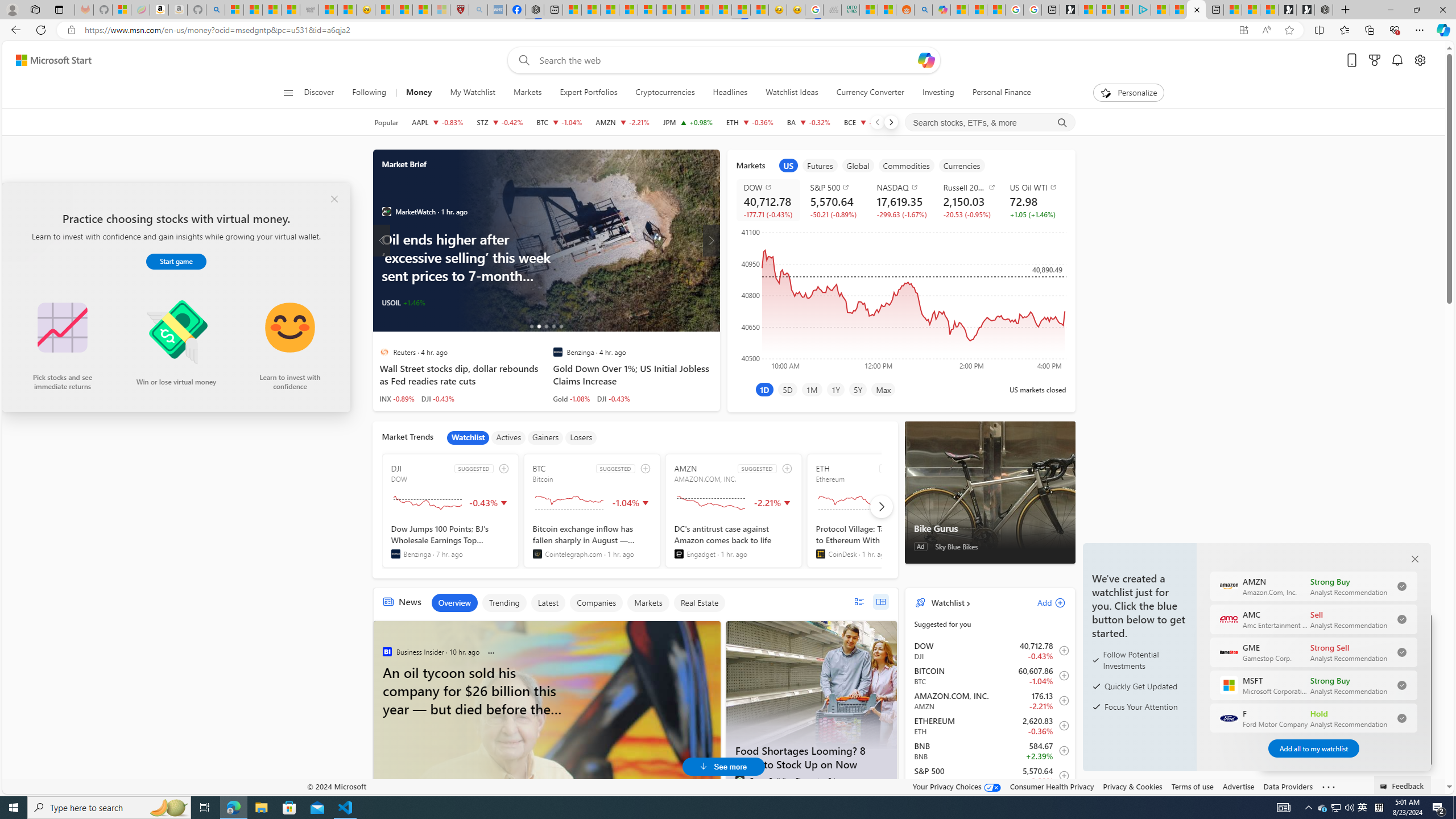 The image size is (1456, 819). Describe the element at coordinates (471, 92) in the screenshot. I see `'My Watchlist'` at that location.